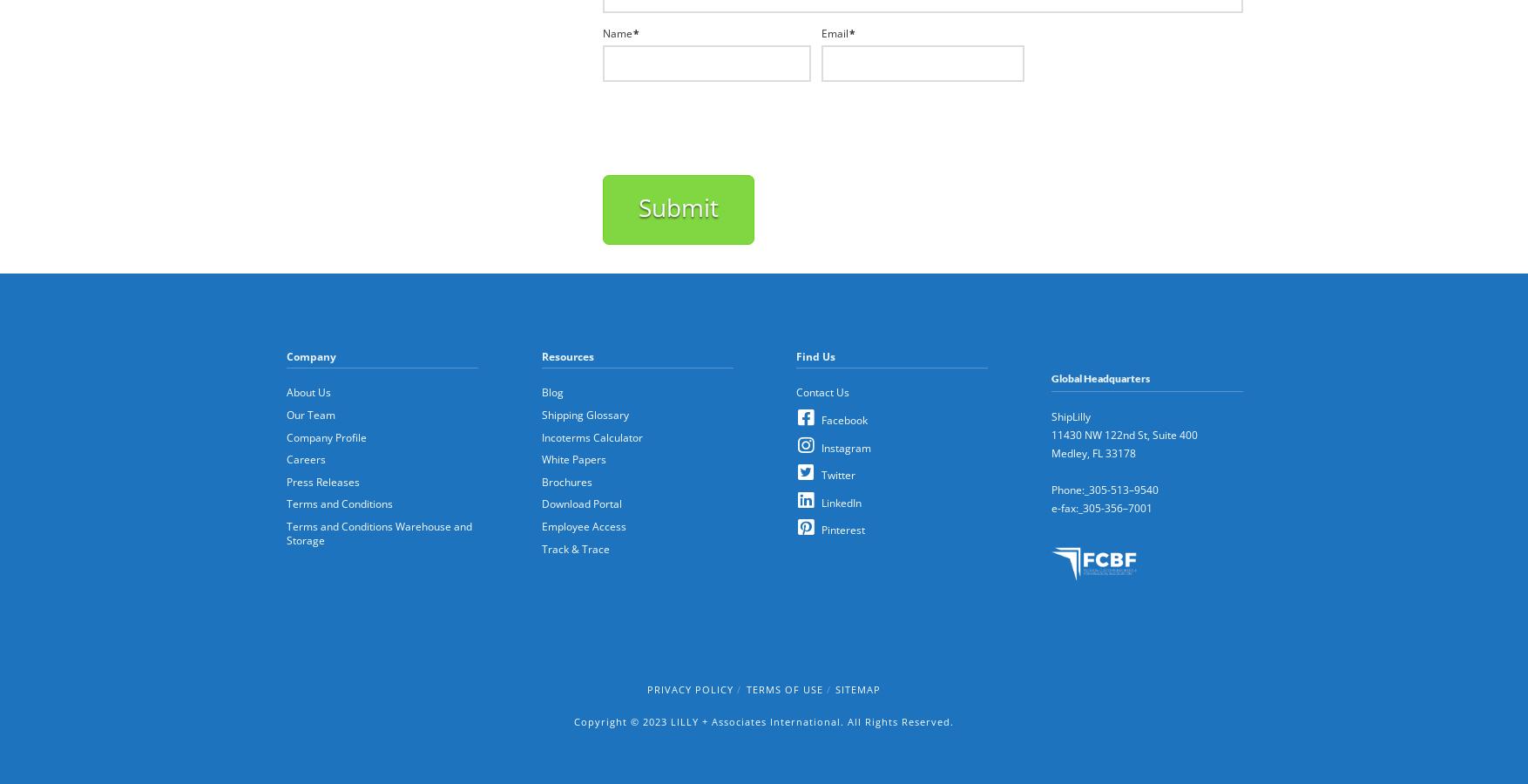  Describe the element at coordinates (311, 355) in the screenshot. I see `'Company'` at that location.